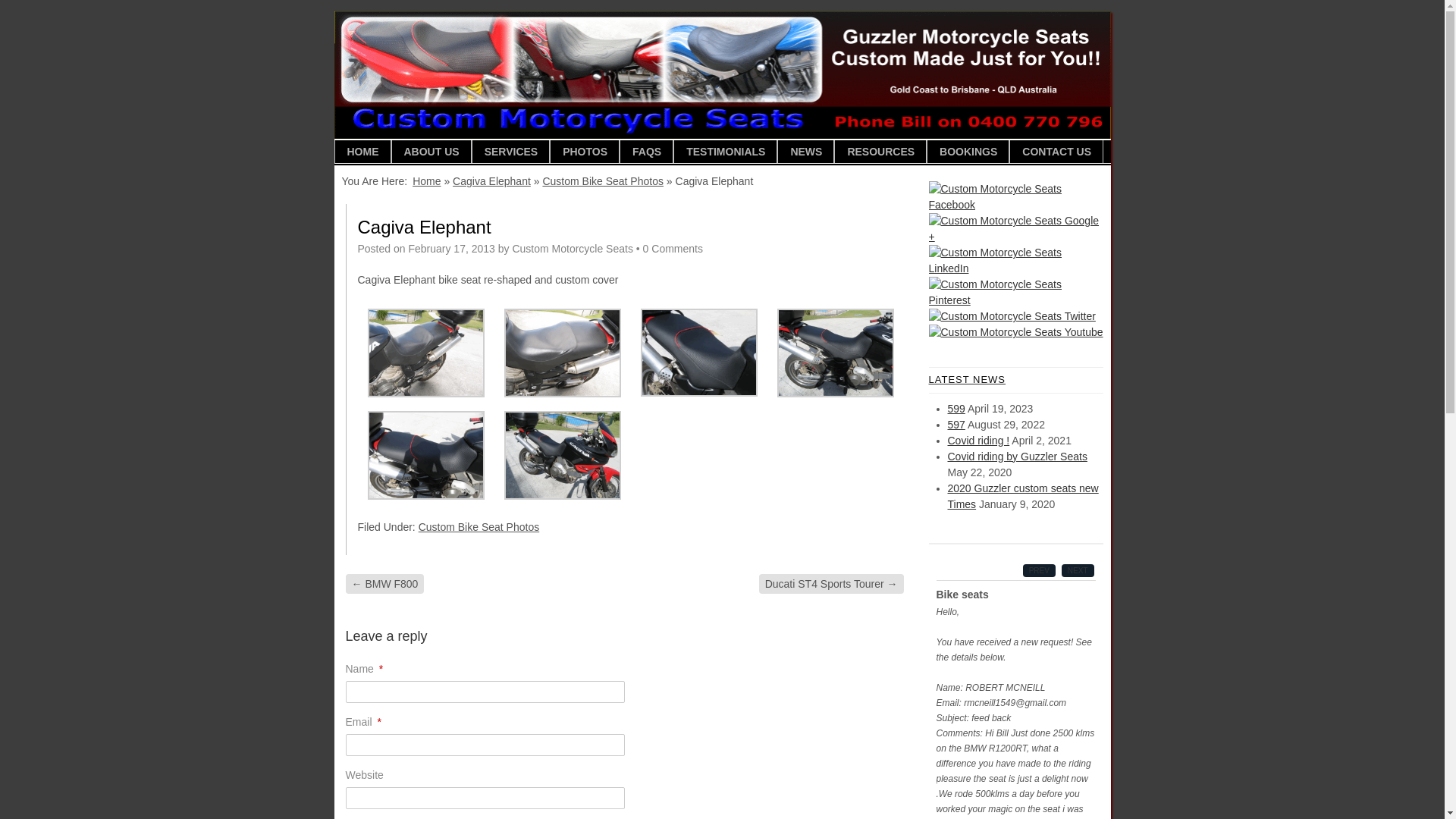 The width and height of the screenshot is (1456, 819). What do you see at coordinates (471, 152) in the screenshot?
I see `'SERVICES'` at bounding box center [471, 152].